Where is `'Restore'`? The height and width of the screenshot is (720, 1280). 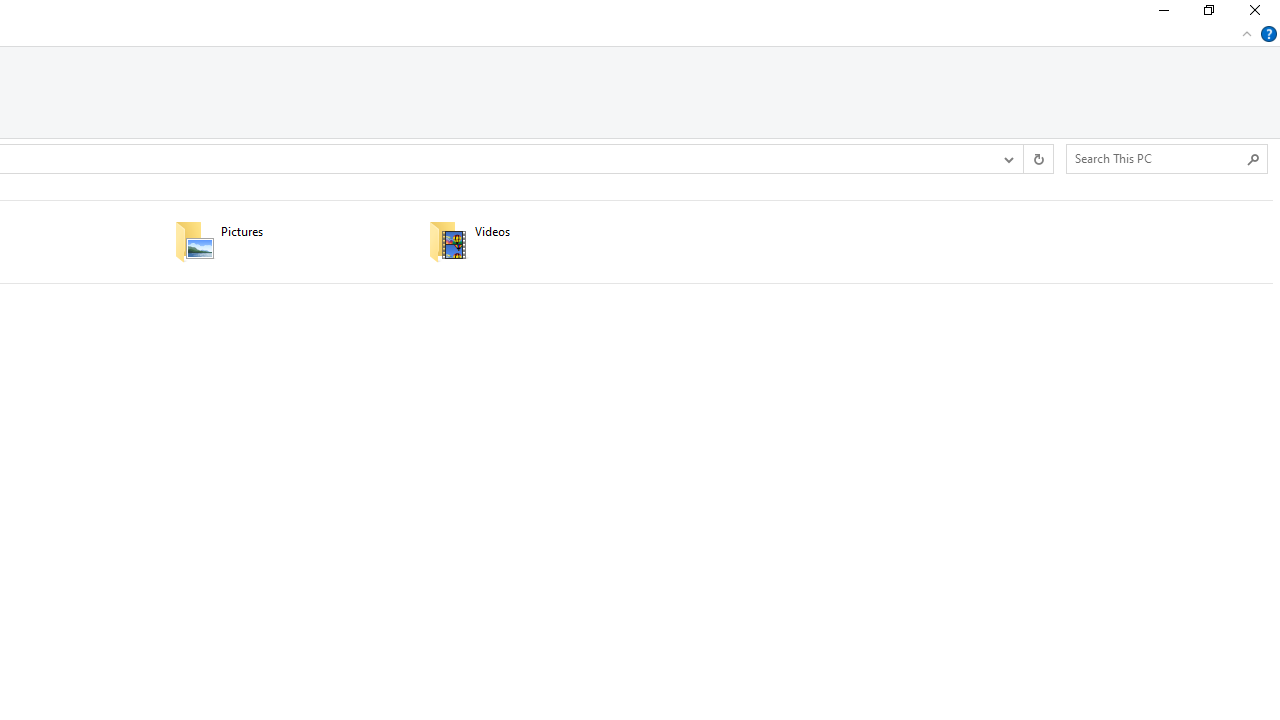
'Restore' is located at coordinates (1207, 15).